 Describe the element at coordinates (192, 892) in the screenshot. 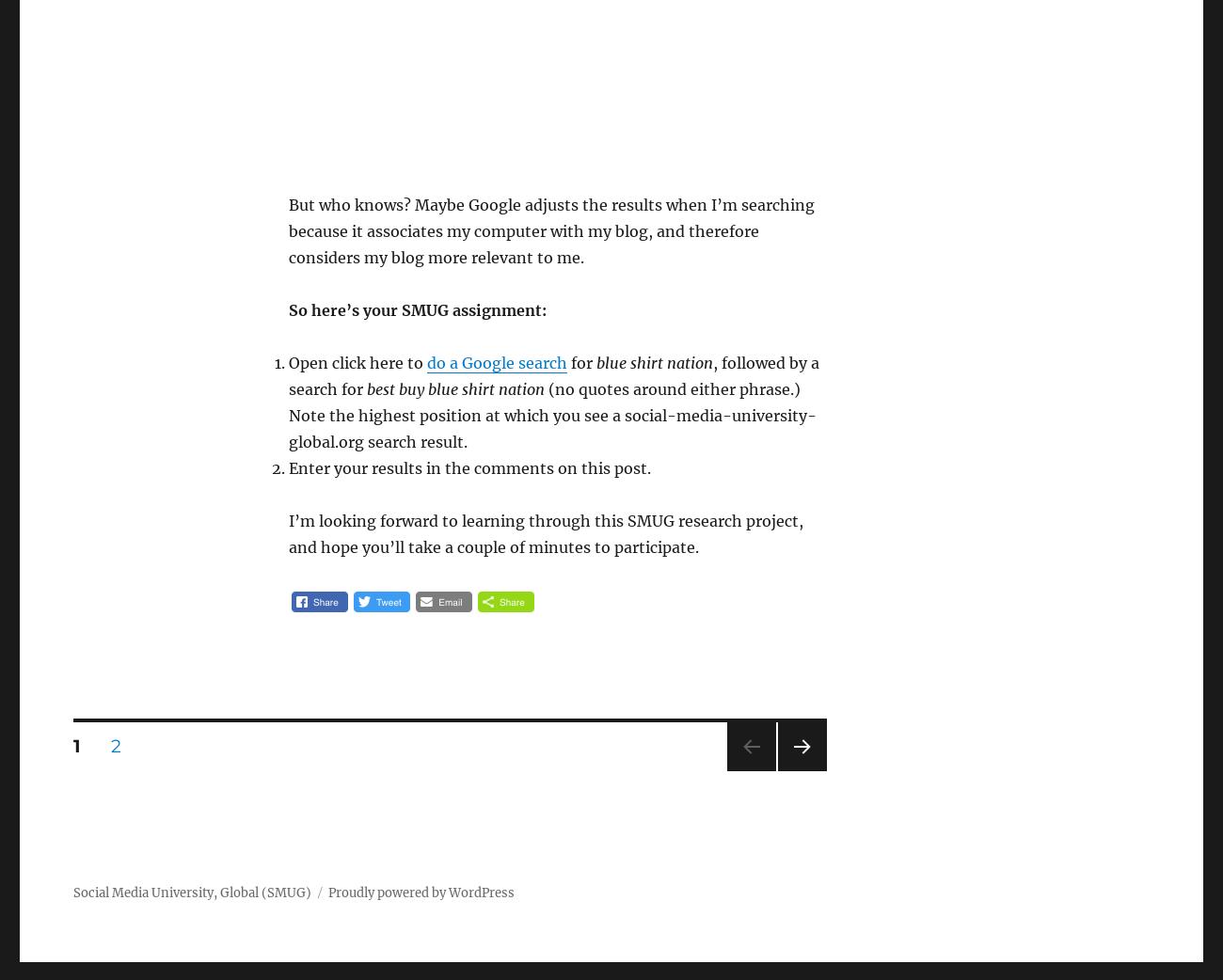

I see `'Social Media University, Global (SMUG)'` at that location.